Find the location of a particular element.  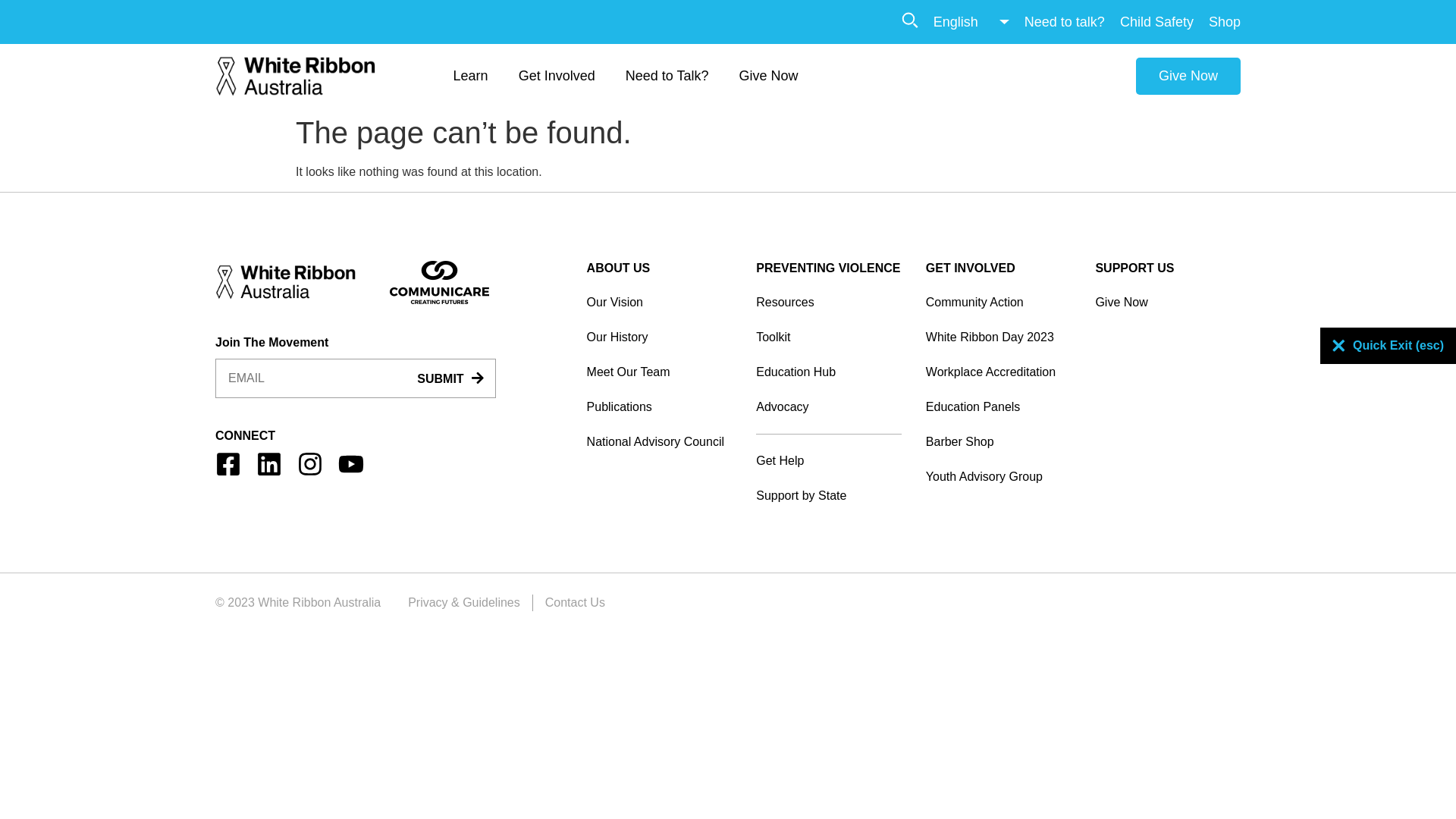

'Our Vision' is located at coordinates (659, 302).